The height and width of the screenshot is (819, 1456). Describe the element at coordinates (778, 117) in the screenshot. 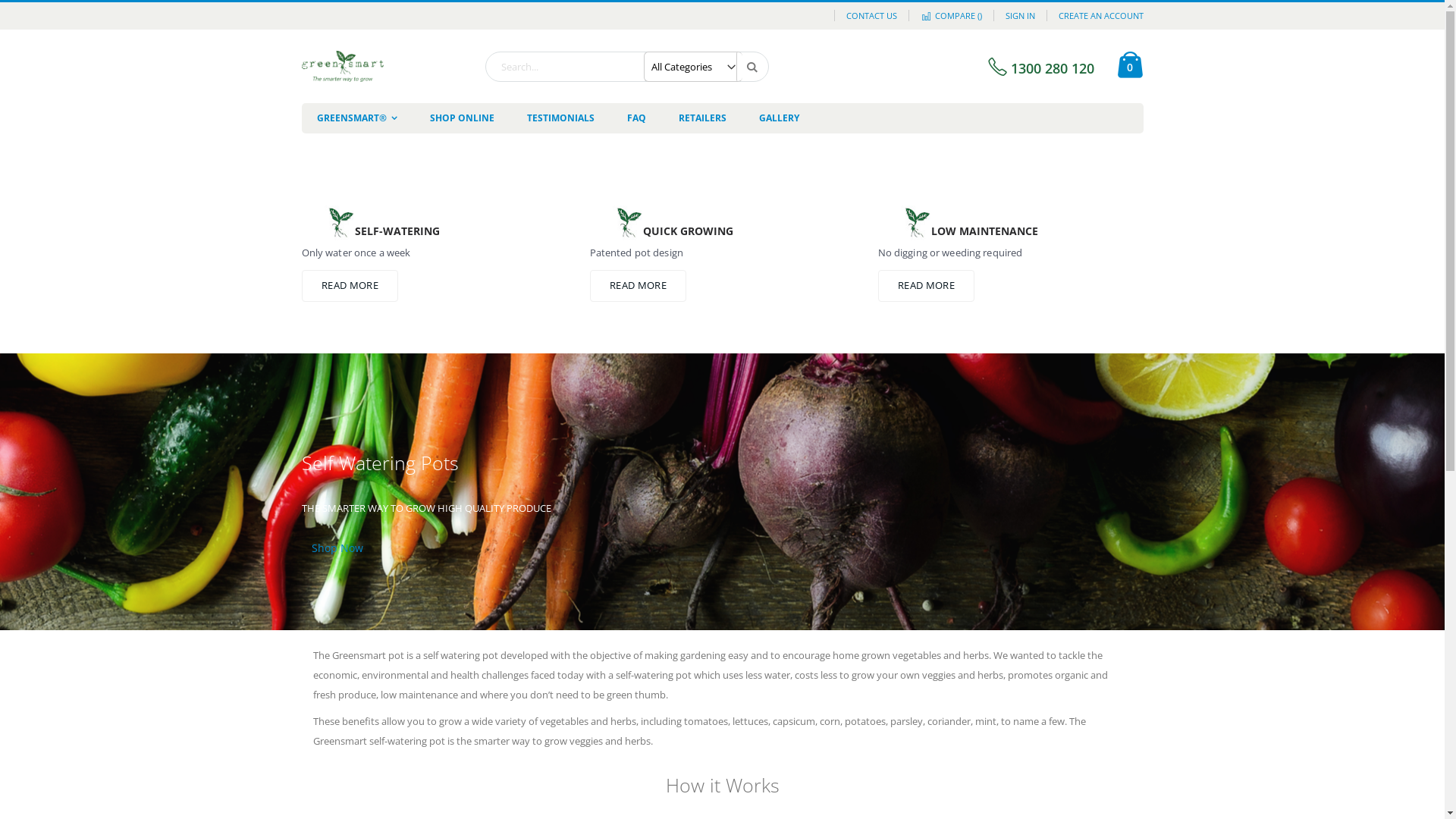

I see `'GALLERY'` at that location.